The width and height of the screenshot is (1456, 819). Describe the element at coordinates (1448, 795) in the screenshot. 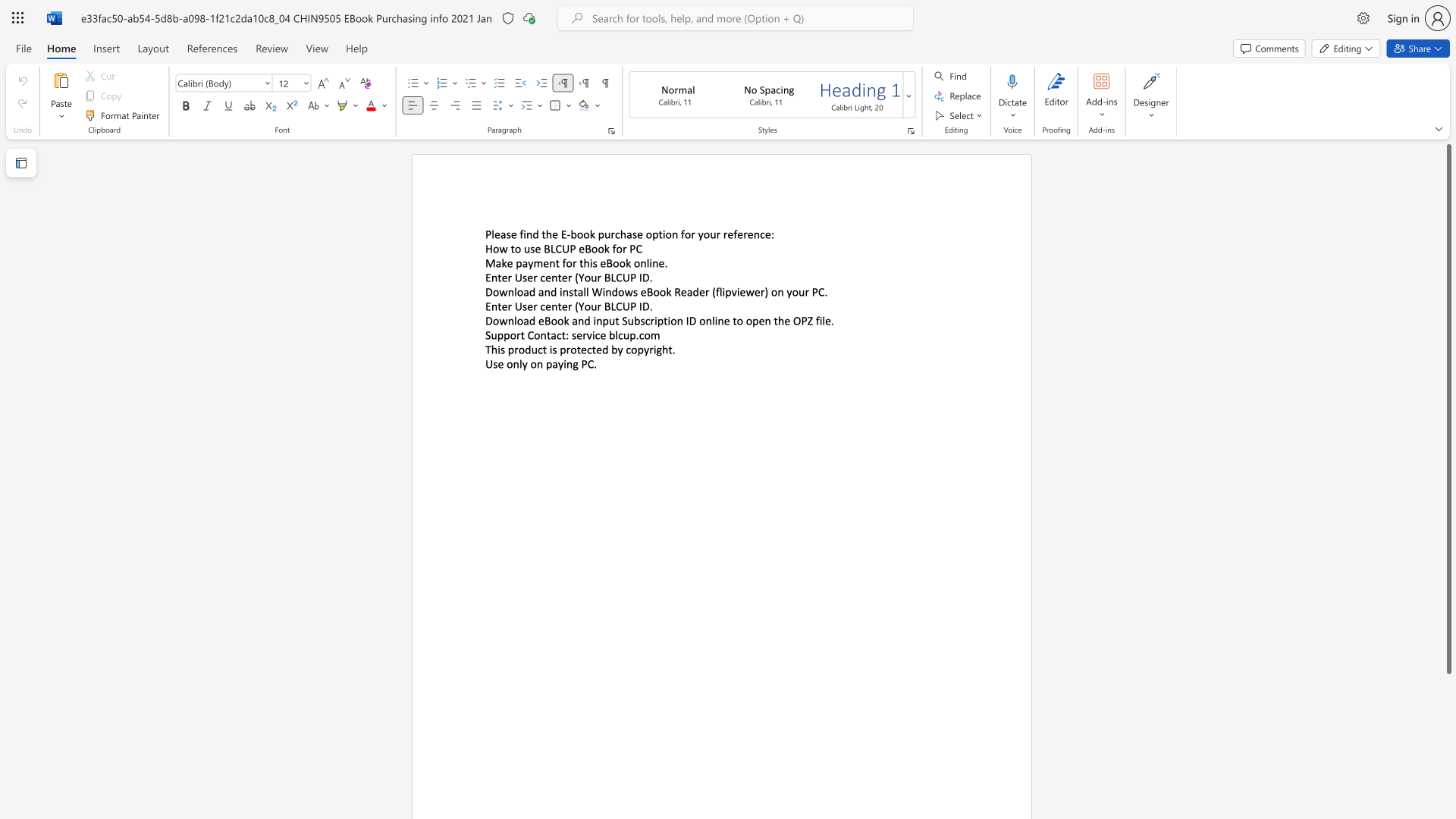

I see `the scrollbar on the right to move the page downward` at that location.